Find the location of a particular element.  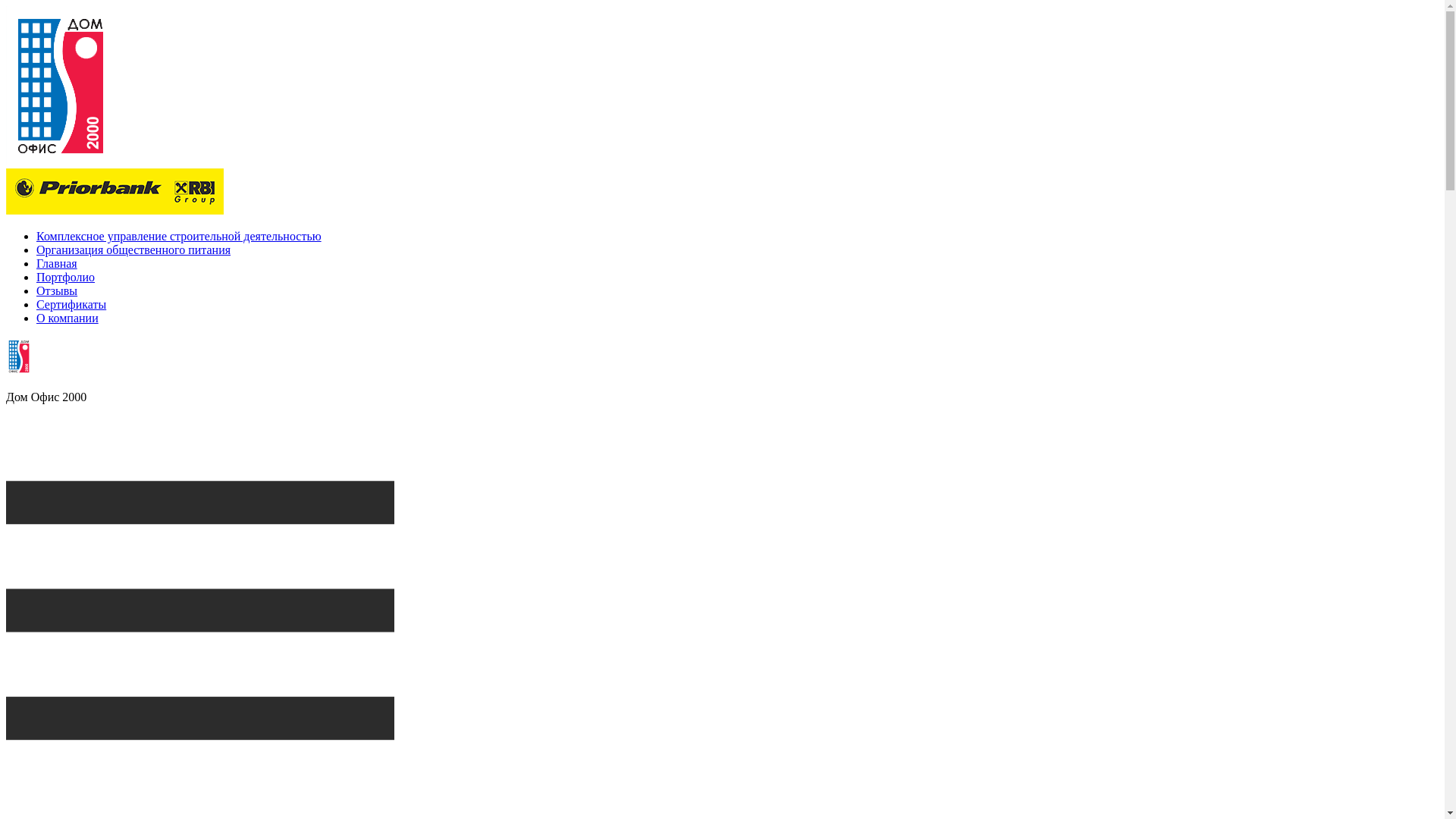

'Priorbank' is located at coordinates (114, 190).